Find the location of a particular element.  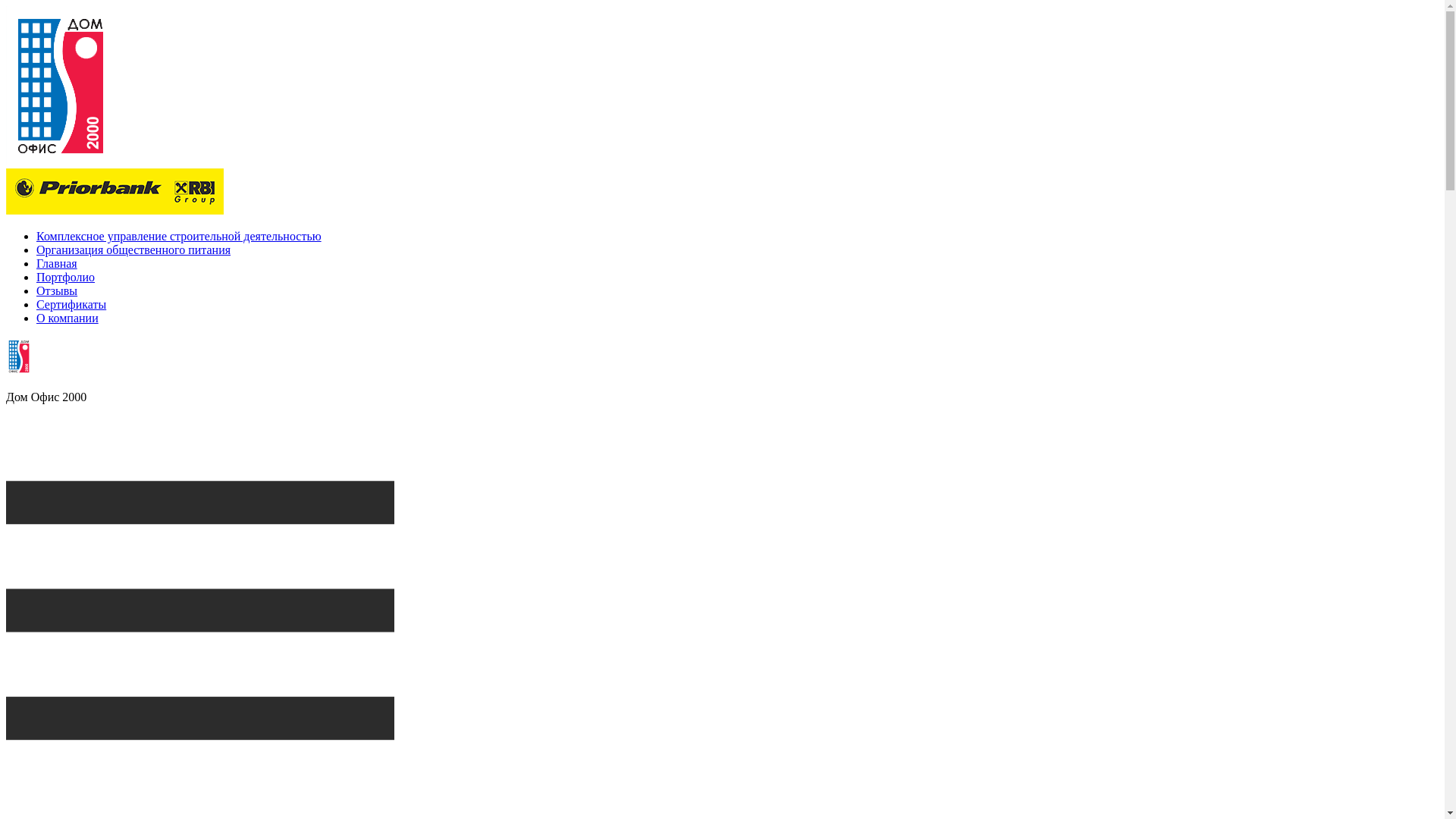

'Priorbank' is located at coordinates (114, 190).